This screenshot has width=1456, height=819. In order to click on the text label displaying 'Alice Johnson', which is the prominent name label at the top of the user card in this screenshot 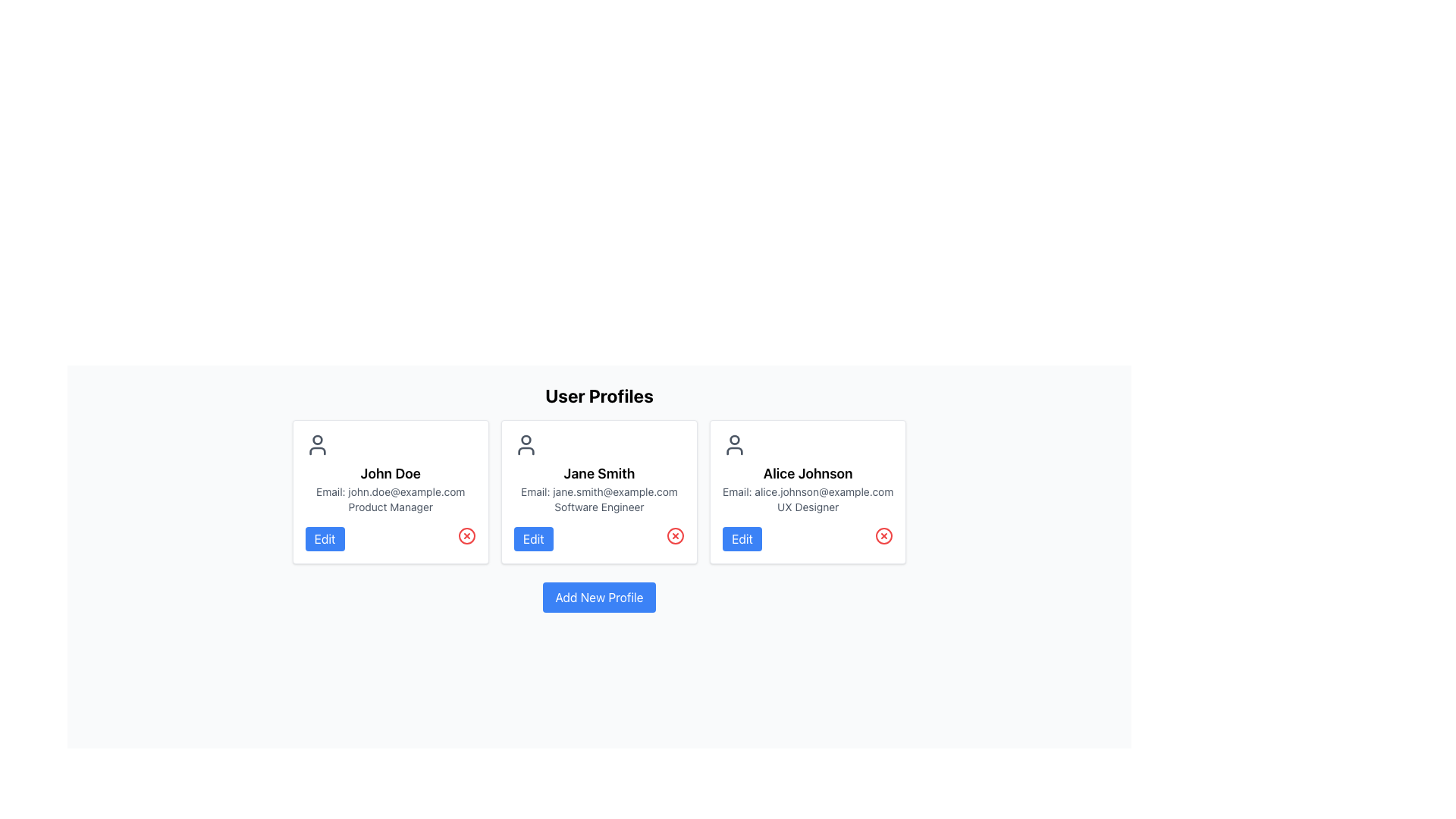, I will do `click(807, 472)`.